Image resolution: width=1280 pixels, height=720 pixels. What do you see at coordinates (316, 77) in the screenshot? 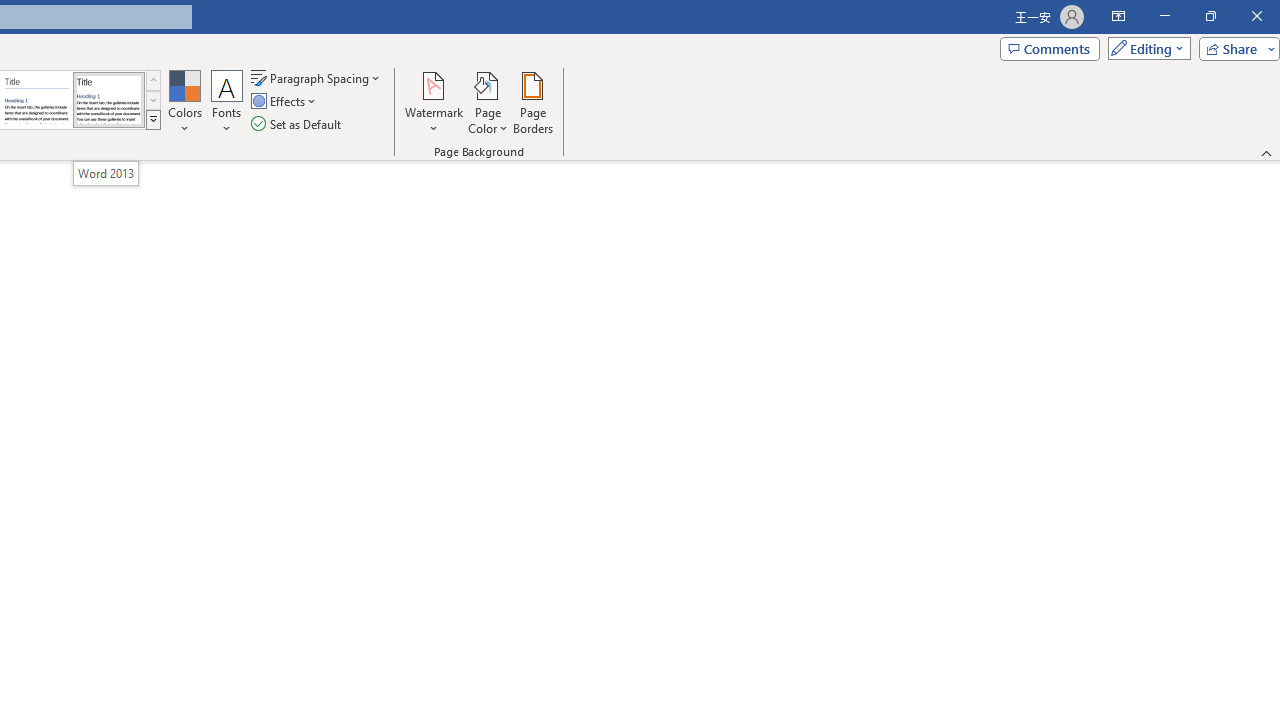
I see `'Paragraph Spacing'` at bounding box center [316, 77].